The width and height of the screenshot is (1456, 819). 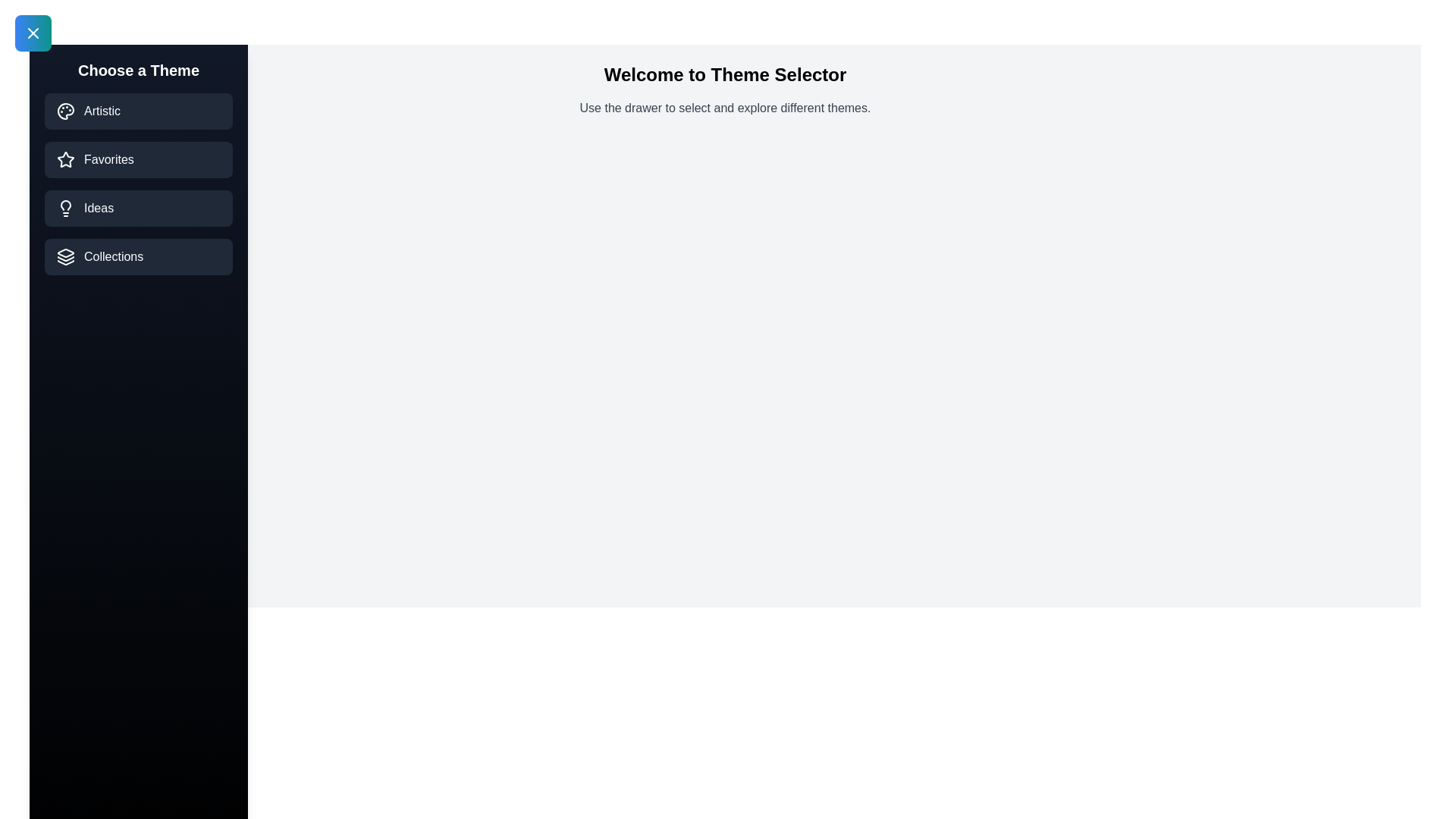 What do you see at coordinates (724, 453) in the screenshot?
I see `the main content area displaying 'Welcome to Theme Selector'` at bounding box center [724, 453].